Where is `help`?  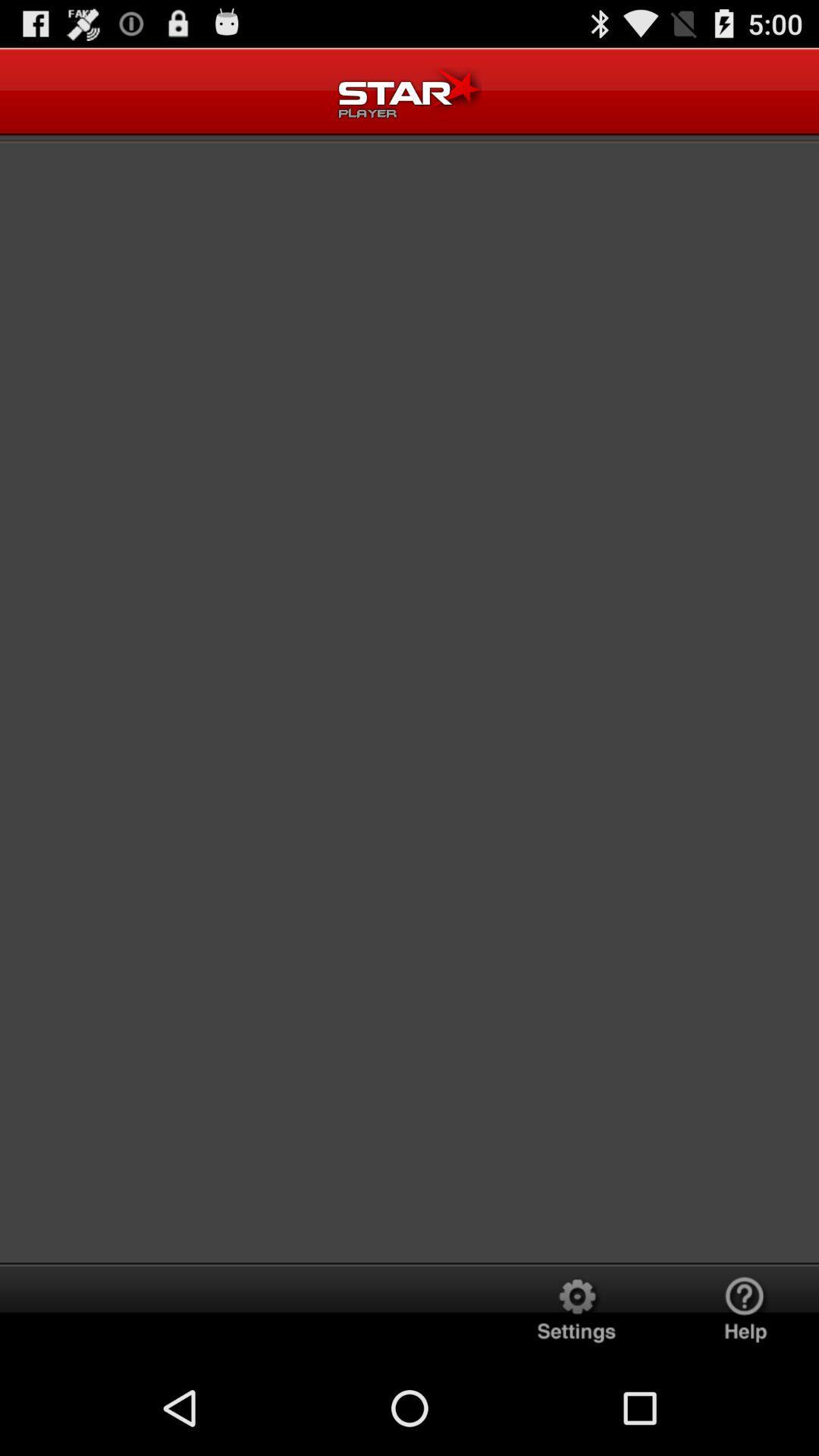 help is located at coordinates (744, 1310).